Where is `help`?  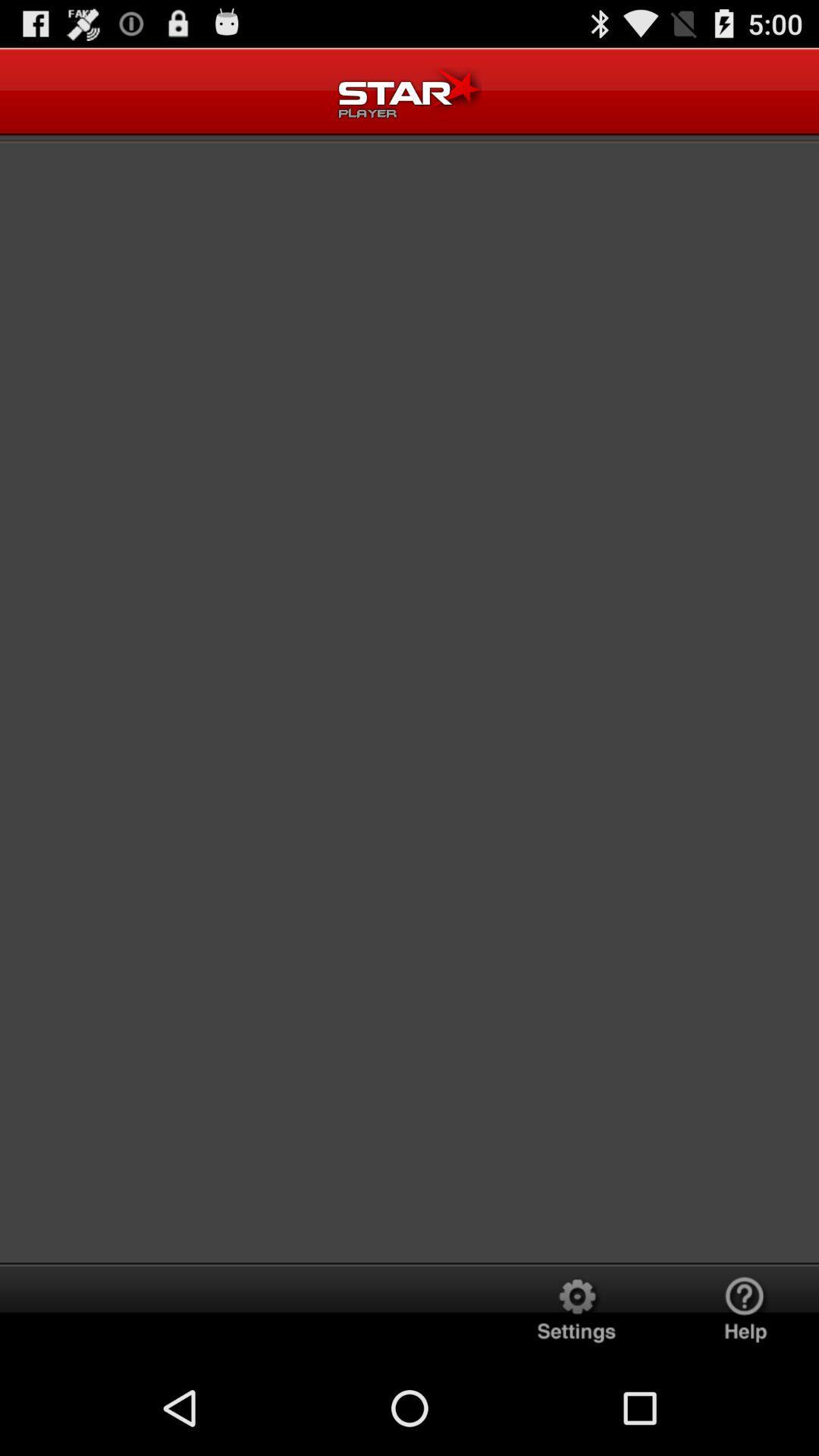 help is located at coordinates (744, 1310).